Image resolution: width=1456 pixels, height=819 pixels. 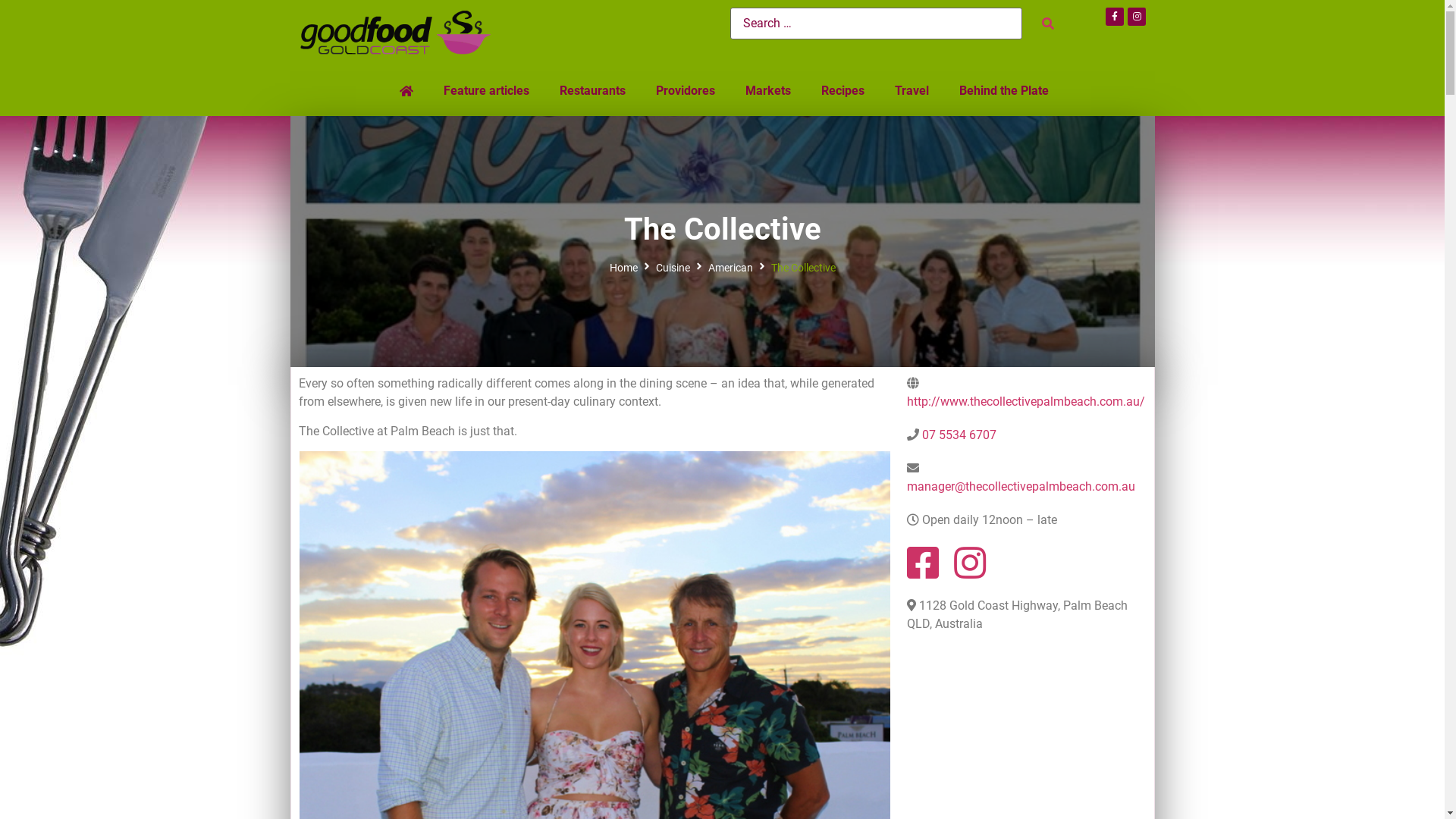 What do you see at coordinates (427, 90) in the screenshot?
I see `'Feature articles'` at bounding box center [427, 90].